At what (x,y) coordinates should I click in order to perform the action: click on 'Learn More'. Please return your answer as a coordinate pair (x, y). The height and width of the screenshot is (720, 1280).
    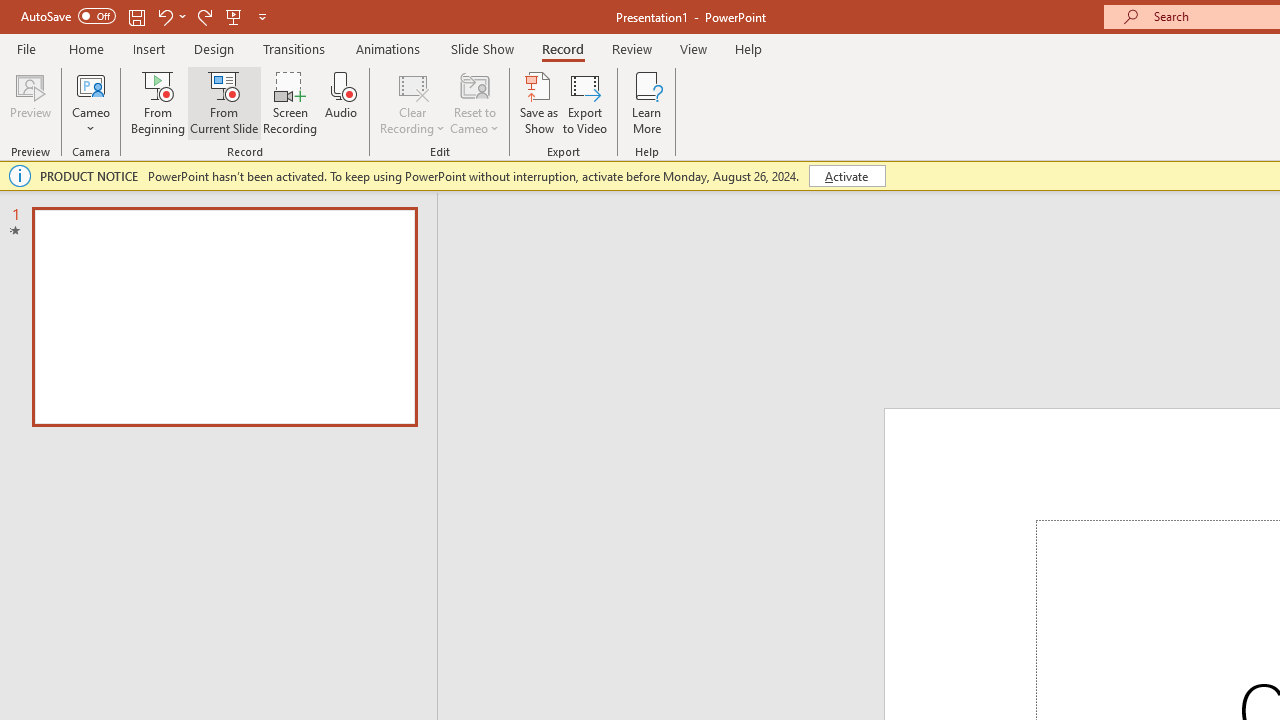
    Looking at the image, I should click on (647, 103).